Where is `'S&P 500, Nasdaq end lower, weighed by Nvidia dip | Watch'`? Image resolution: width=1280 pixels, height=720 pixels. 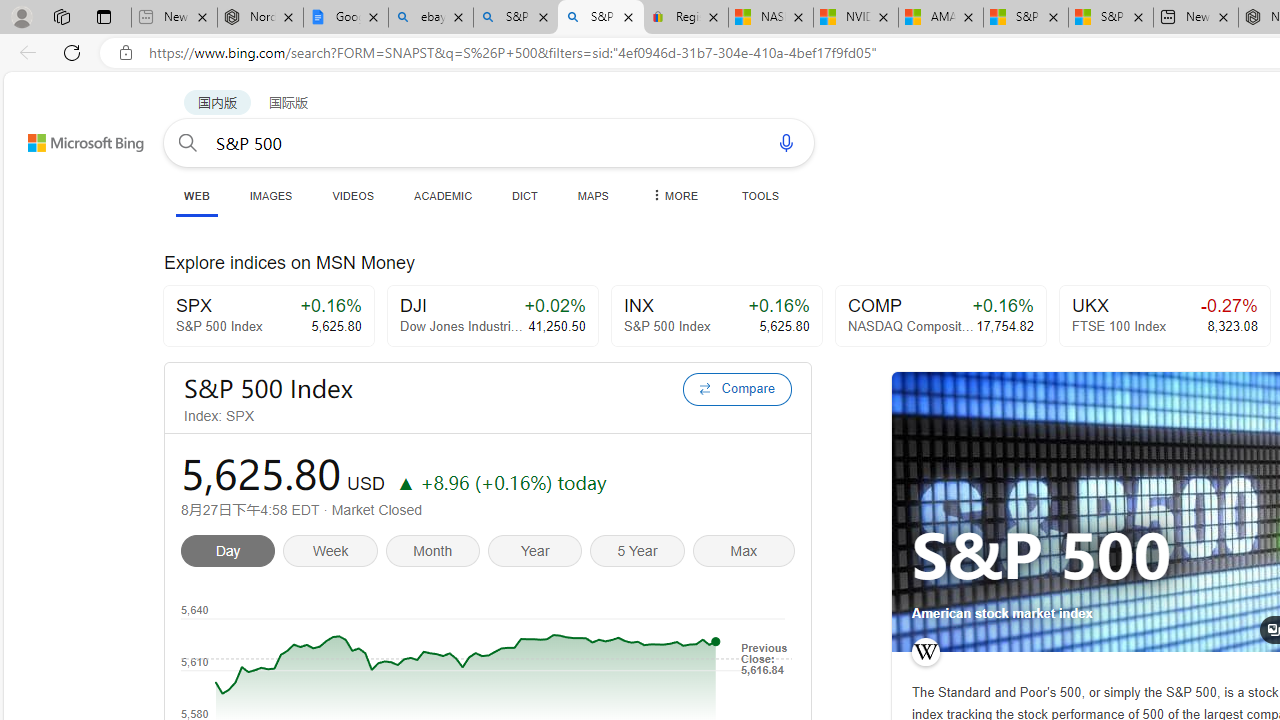 'S&P 500, Nasdaq end lower, weighed by Nvidia dip | Watch' is located at coordinates (1110, 17).